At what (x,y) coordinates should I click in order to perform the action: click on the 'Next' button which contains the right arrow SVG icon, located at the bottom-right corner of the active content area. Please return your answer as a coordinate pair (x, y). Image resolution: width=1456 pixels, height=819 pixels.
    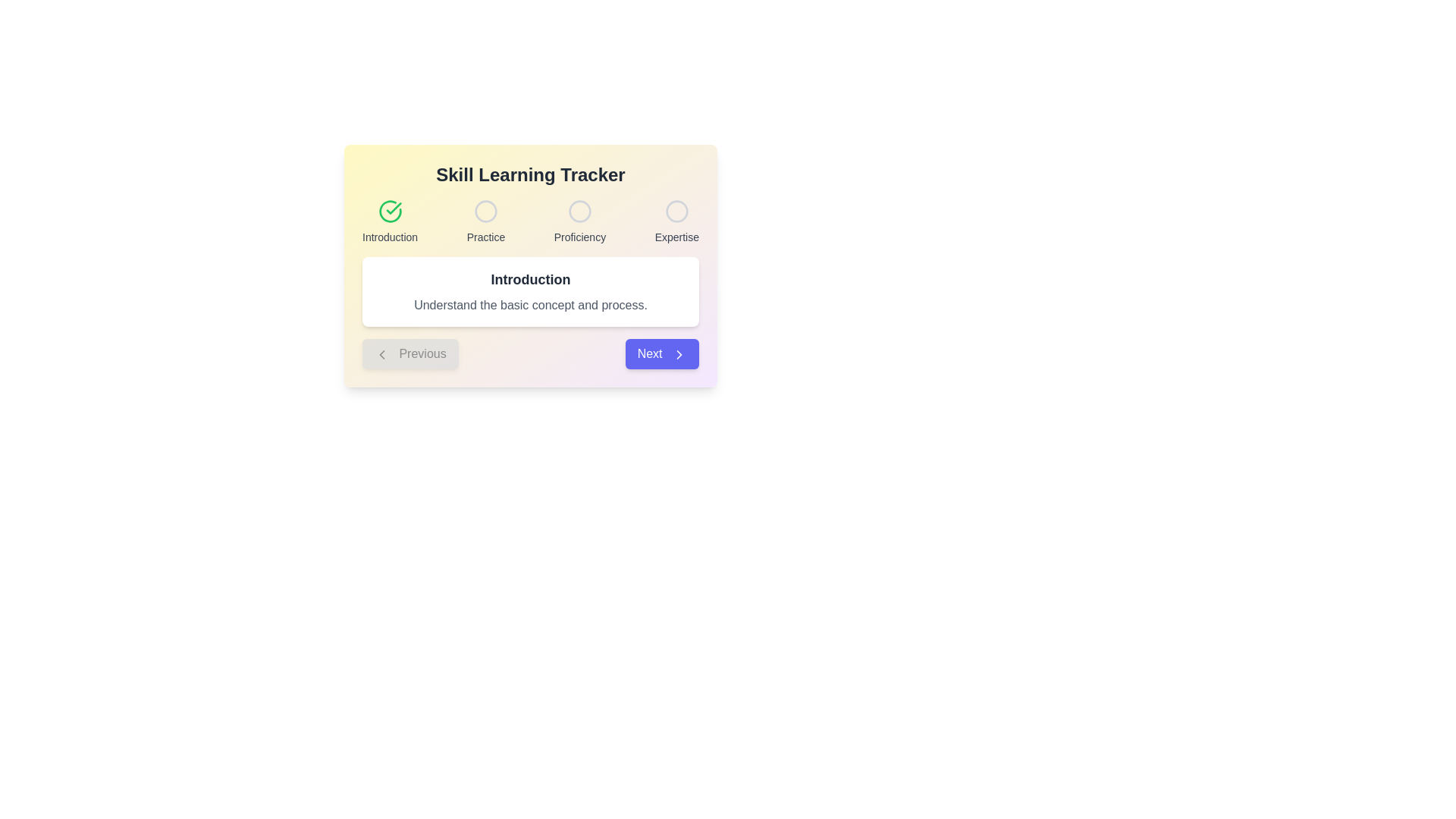
    Looking at the image, I should click on (679, 353).